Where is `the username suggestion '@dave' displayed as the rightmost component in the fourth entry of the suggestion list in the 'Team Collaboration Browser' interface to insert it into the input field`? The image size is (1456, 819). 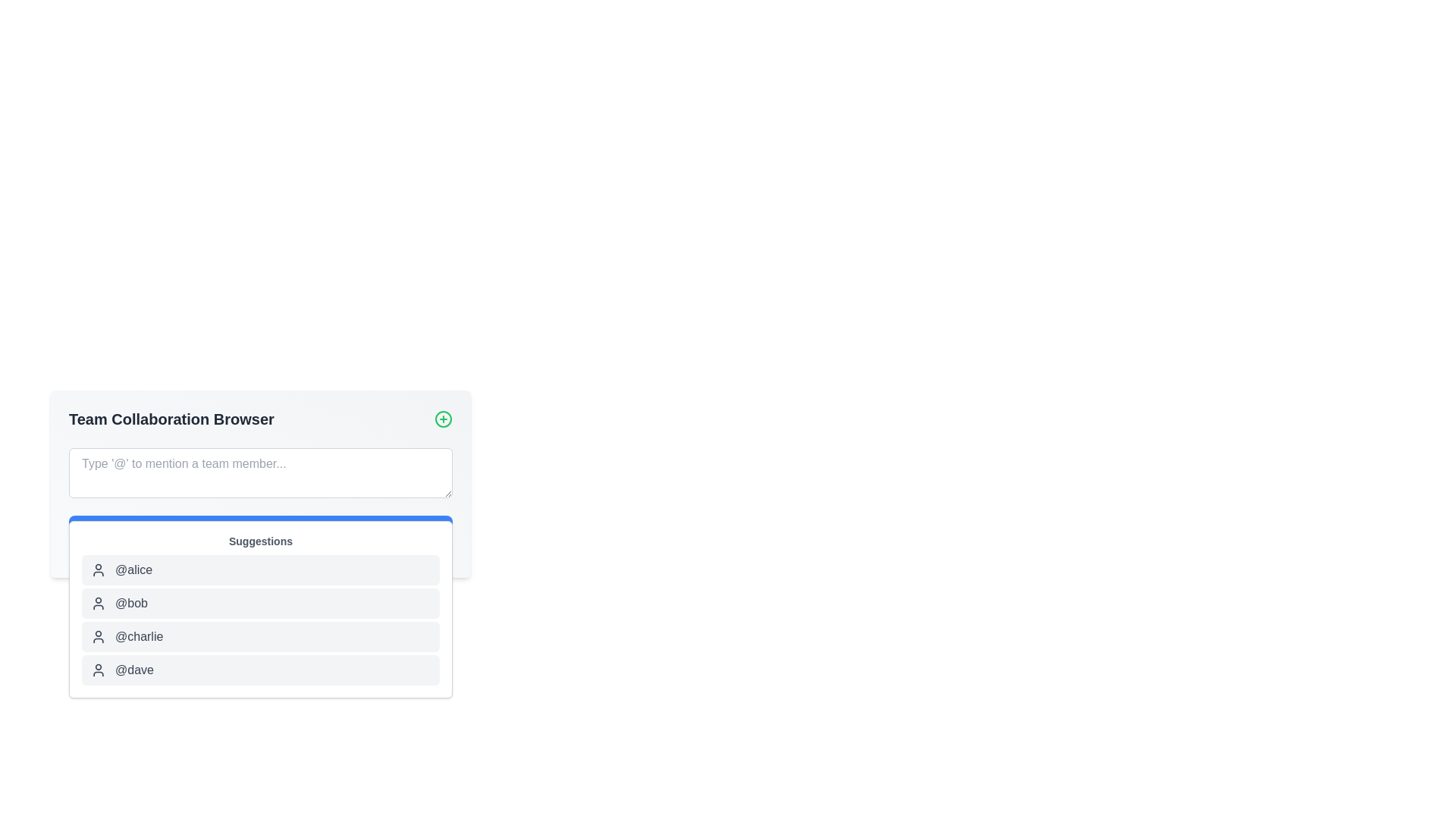
the username suggestion '@dave' displayed as the rightmost component in the fourth entry of the suggestion list in the 'Team Collaboration Browser' interface to insert it into the input field is located at coordinates (134, 669).